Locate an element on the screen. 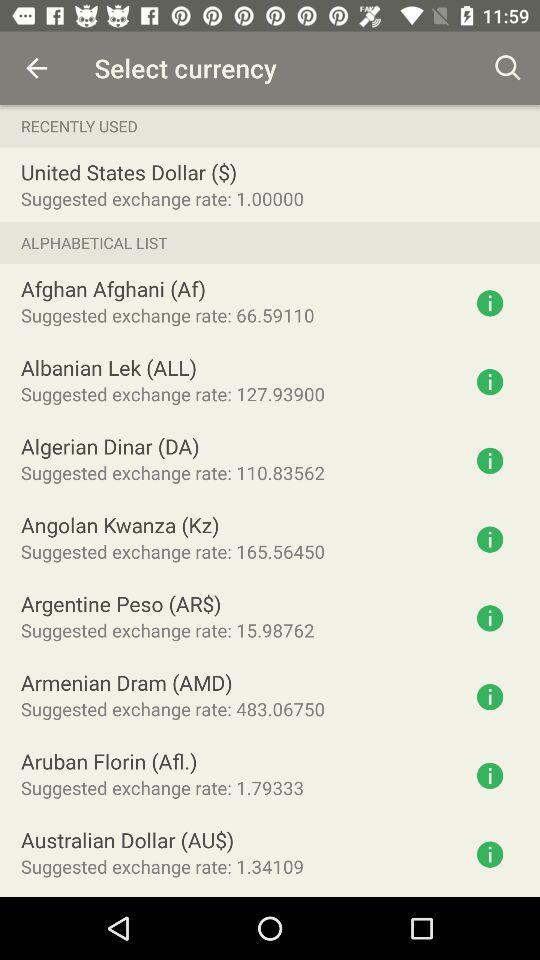 The image size is (540, 960). list information about angolan kwanza is located at coordinates (489, 538).